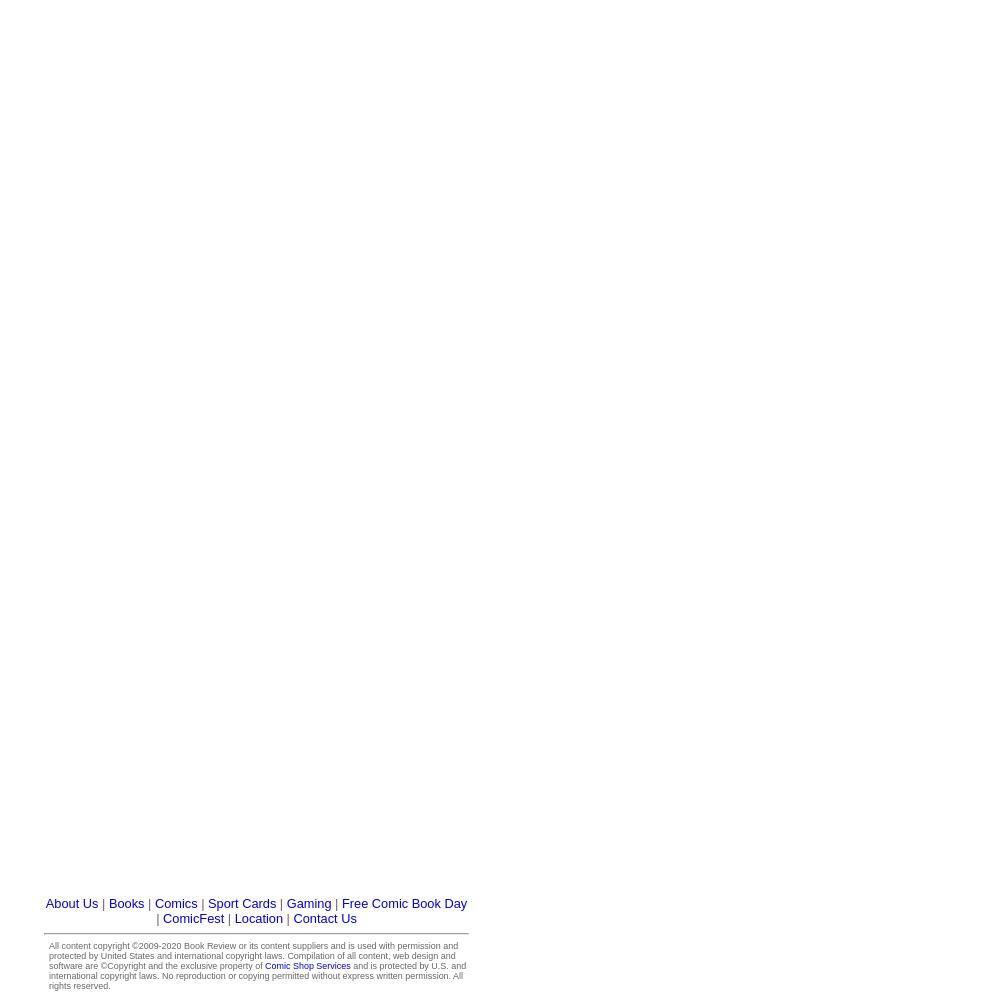 Image resolution: width=996 pixels, height=1000 pixels. Describe the element at coordinates (285, 903) in the screenshot. I see `'Gaming'` at that location.